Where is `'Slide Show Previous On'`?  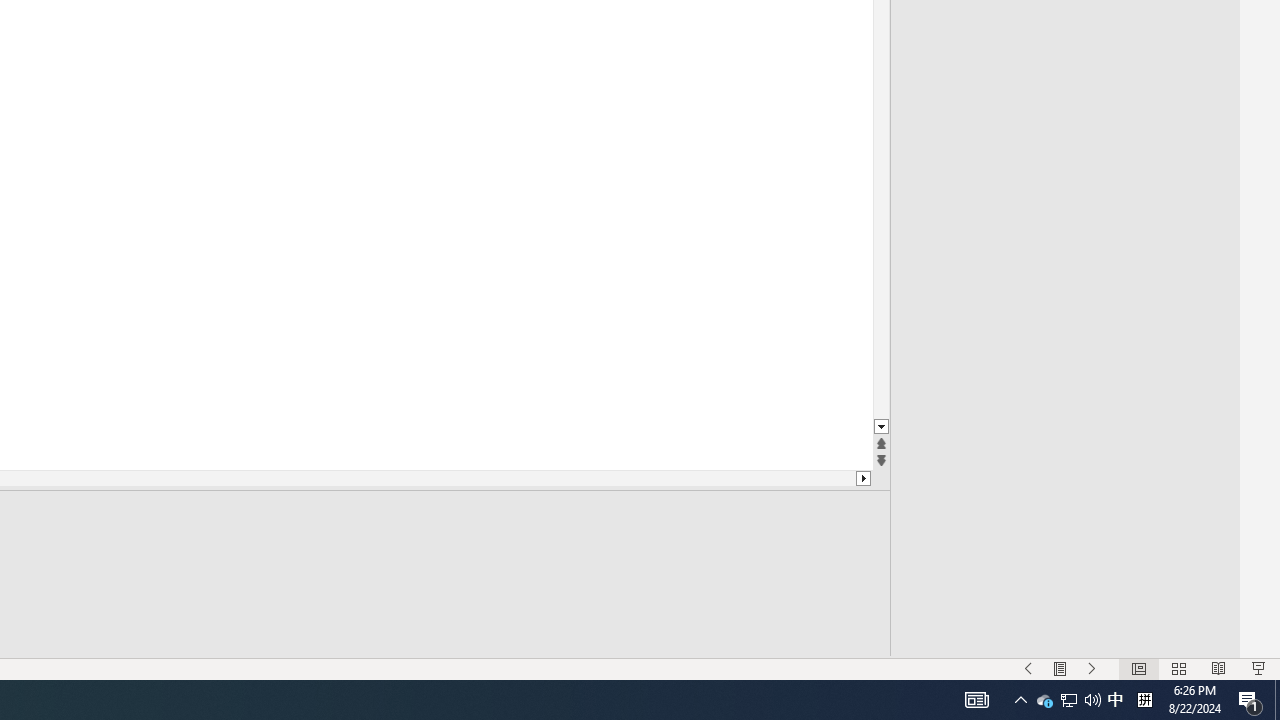
'Slide Show Previous On' is located at coordinates (1028, 669).